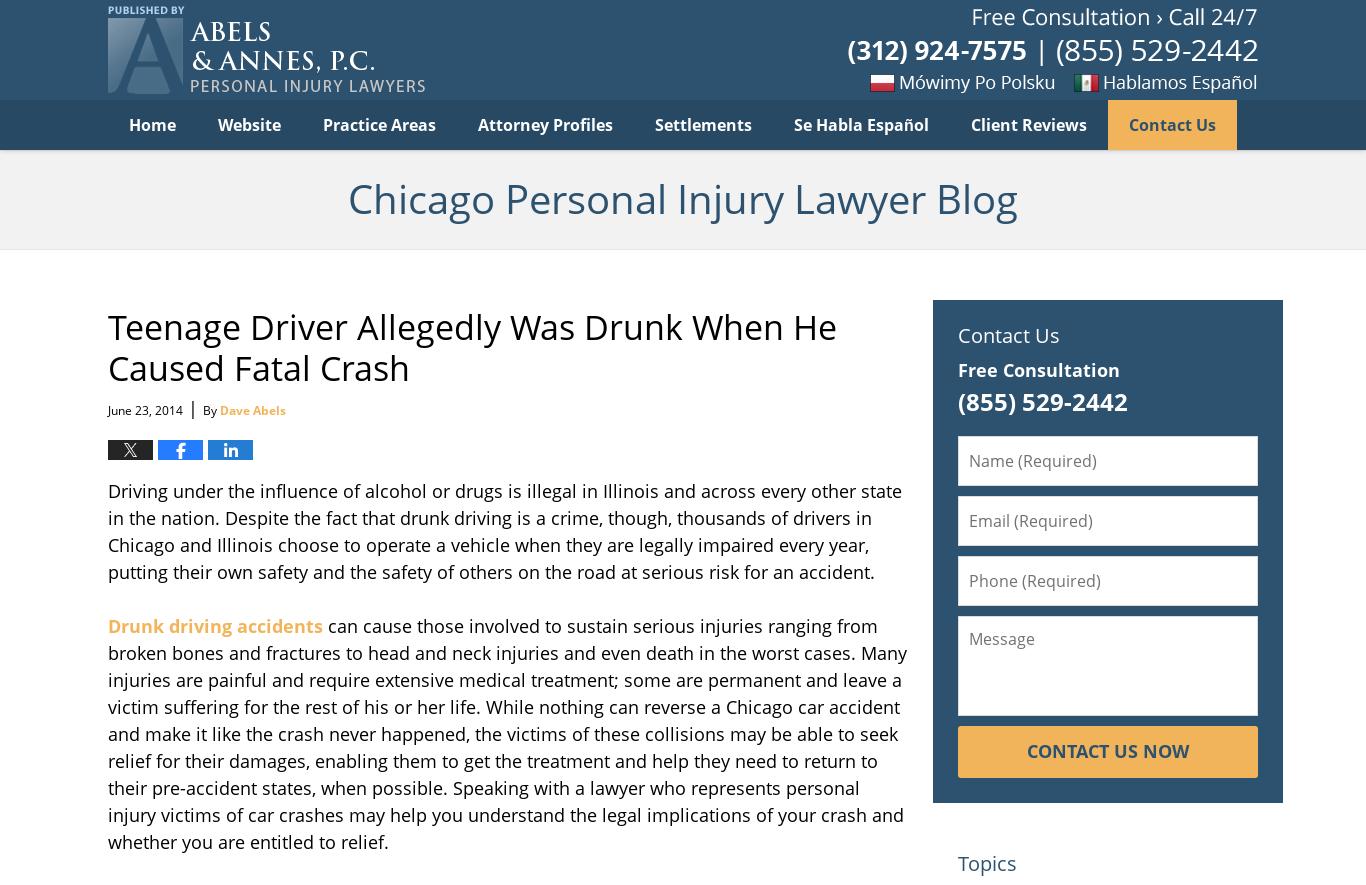 The width and height of the screenshot is (1366, 885). What do you see at coordinates (653, 123) in the screenshot?
I see `'Settlements'` at bounding box center [653, 123].